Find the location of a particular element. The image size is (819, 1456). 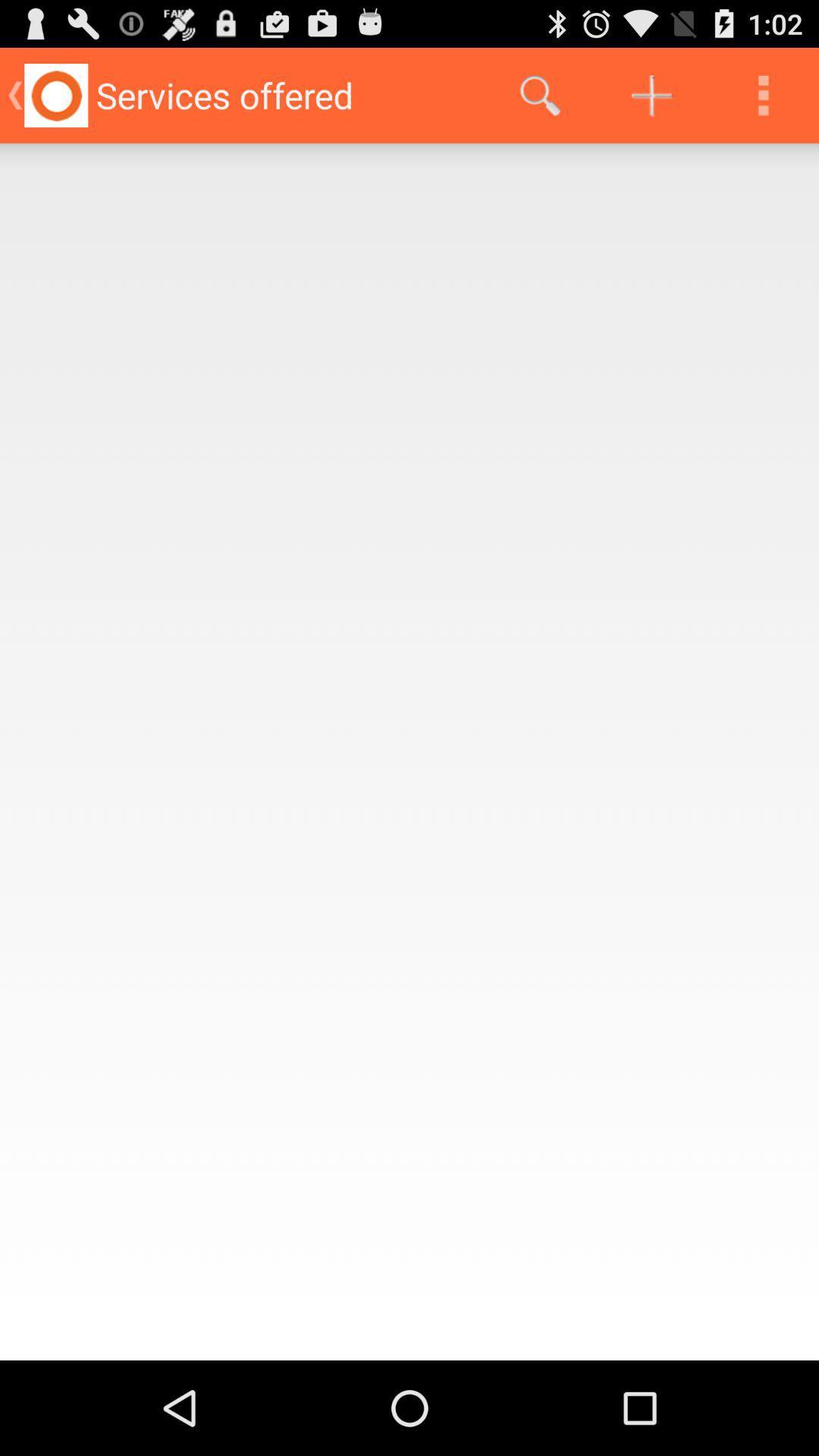

app to the right of the services offered icon is located at coordinates (539, 94).